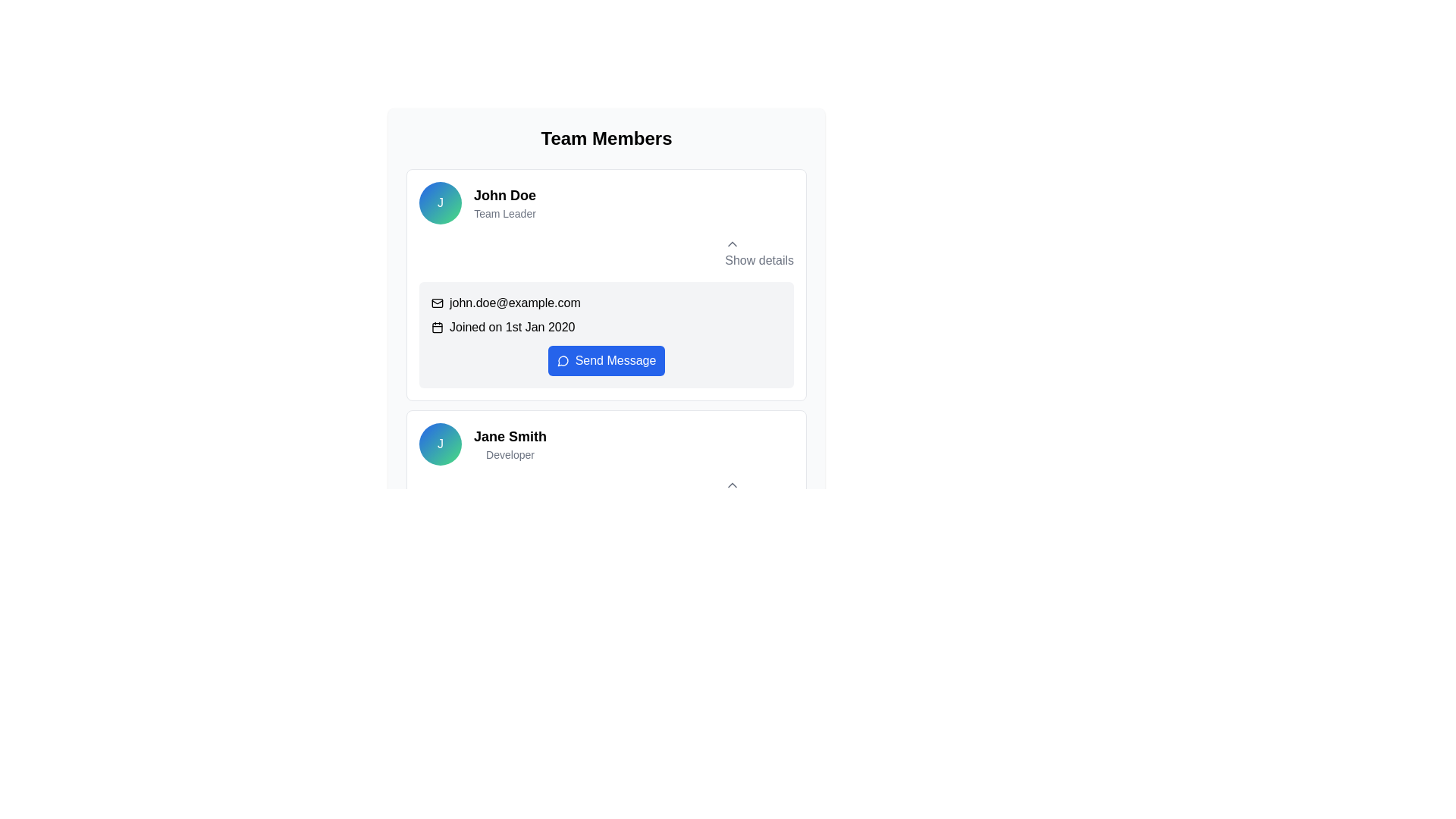 Image resolution: width=1456 pixels, height=819 pixels. What do you see at coordinates (505, 213) in the screenshot?
I see `the job title text element displaying 'John Doe's role' in the upper profile card of the team member list` at bounding box center [505, 213].